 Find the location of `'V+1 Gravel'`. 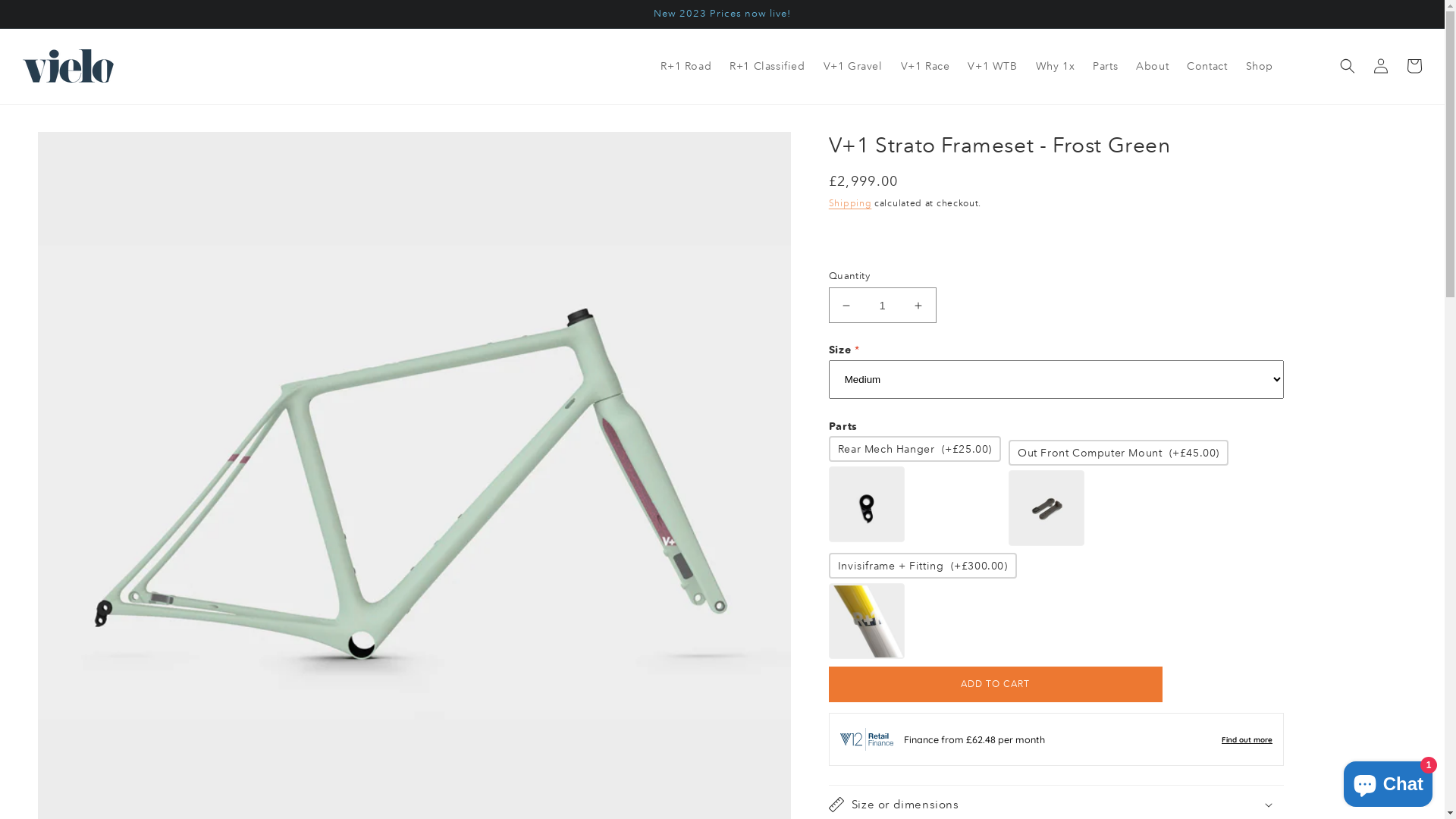

'V+1 Gravel' is located at coordinates (852, 65).